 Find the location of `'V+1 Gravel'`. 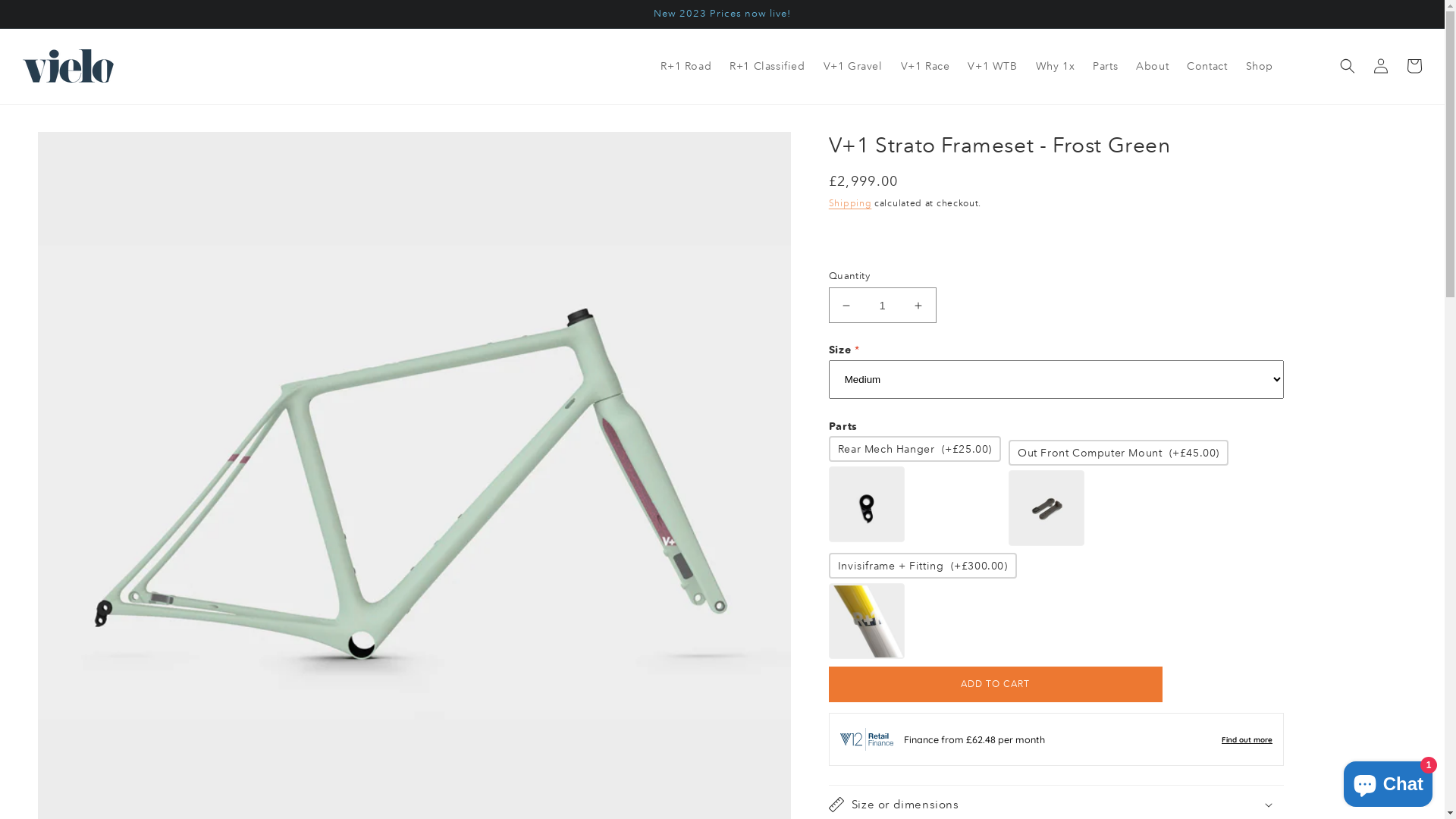

'V+1 Gravel' is located at coordinates (852, 65).